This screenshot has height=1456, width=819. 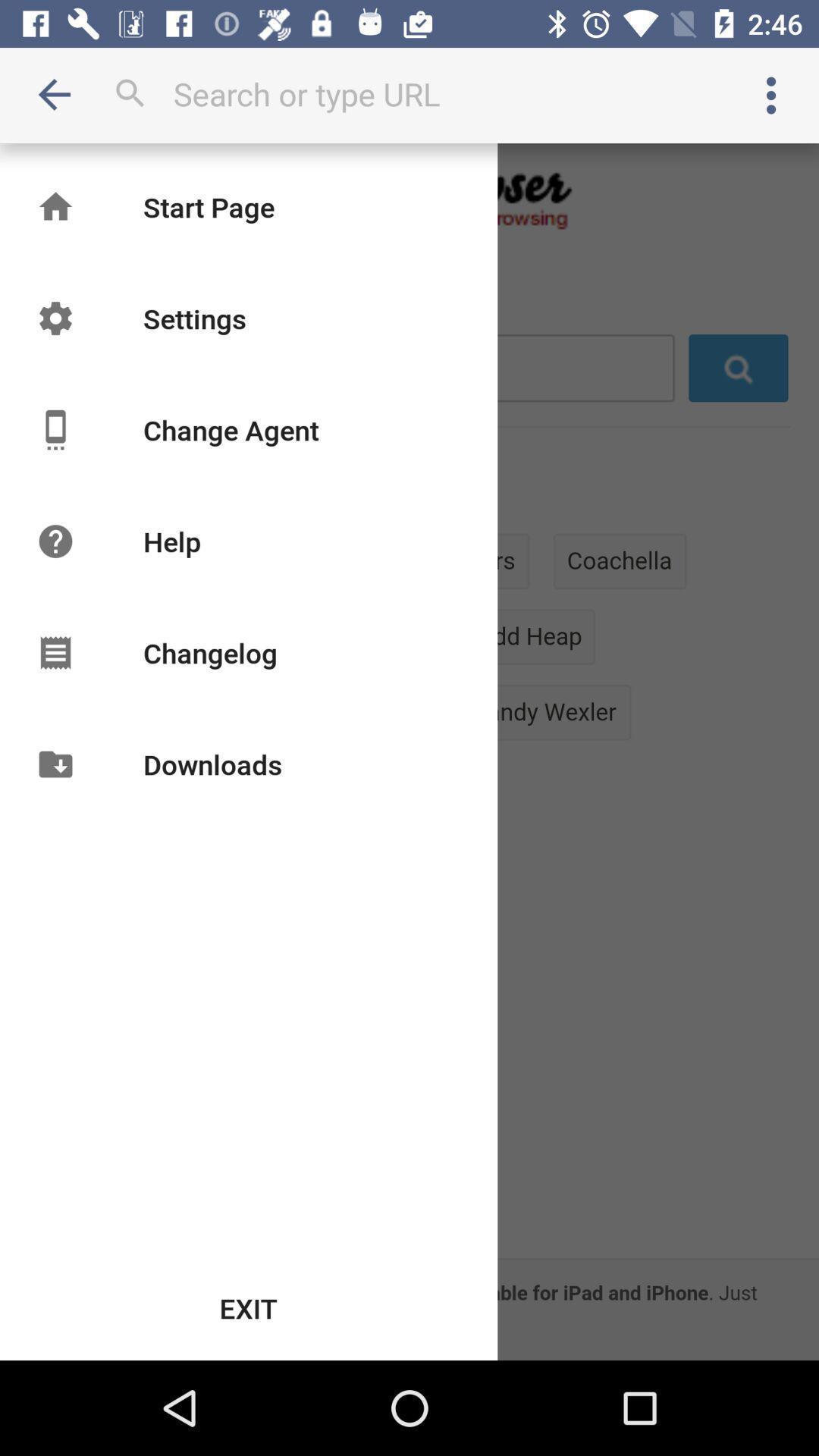 I want to click on item below the changelog, so click(x=212, y=764).